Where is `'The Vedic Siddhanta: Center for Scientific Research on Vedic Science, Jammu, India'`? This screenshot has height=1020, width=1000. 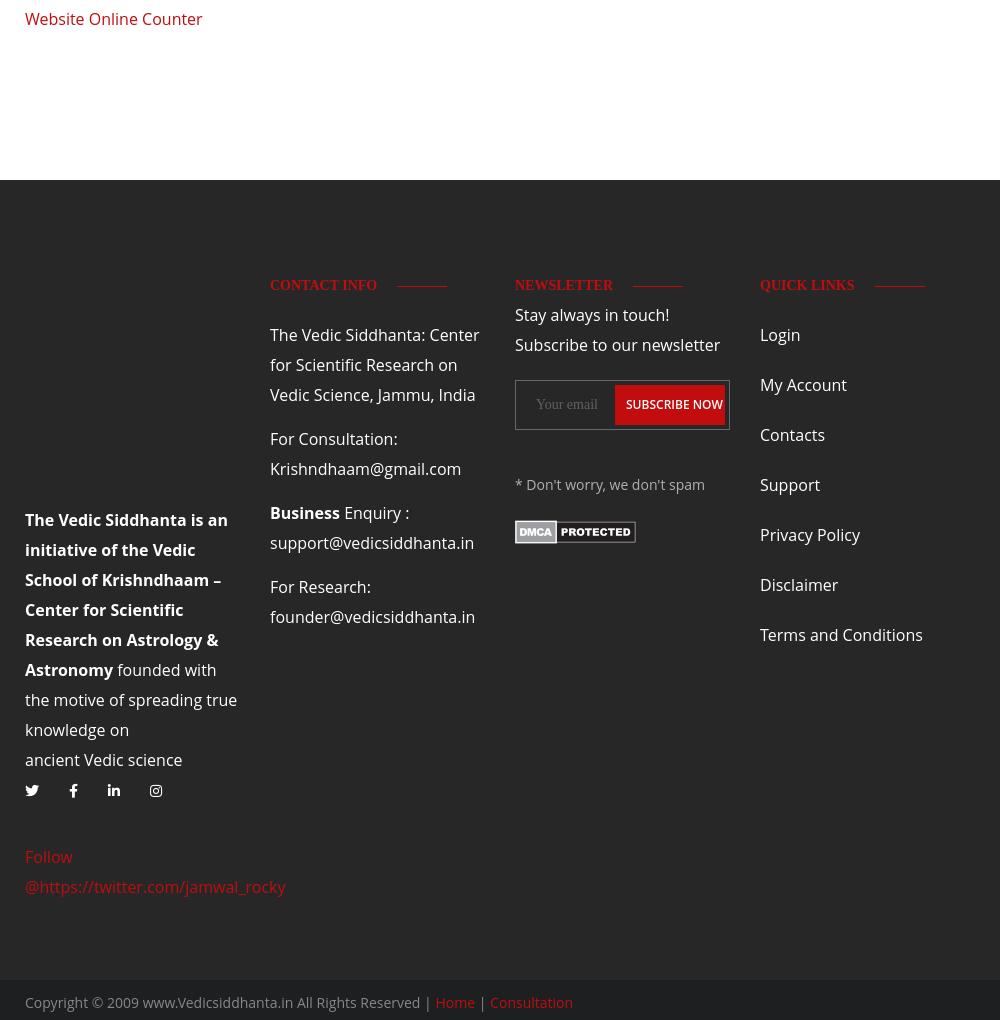
'The Vedic Siddhanta: Center for Scientific Research on Vedic Science, Jammu, India' is located at coordinates (270, 363).